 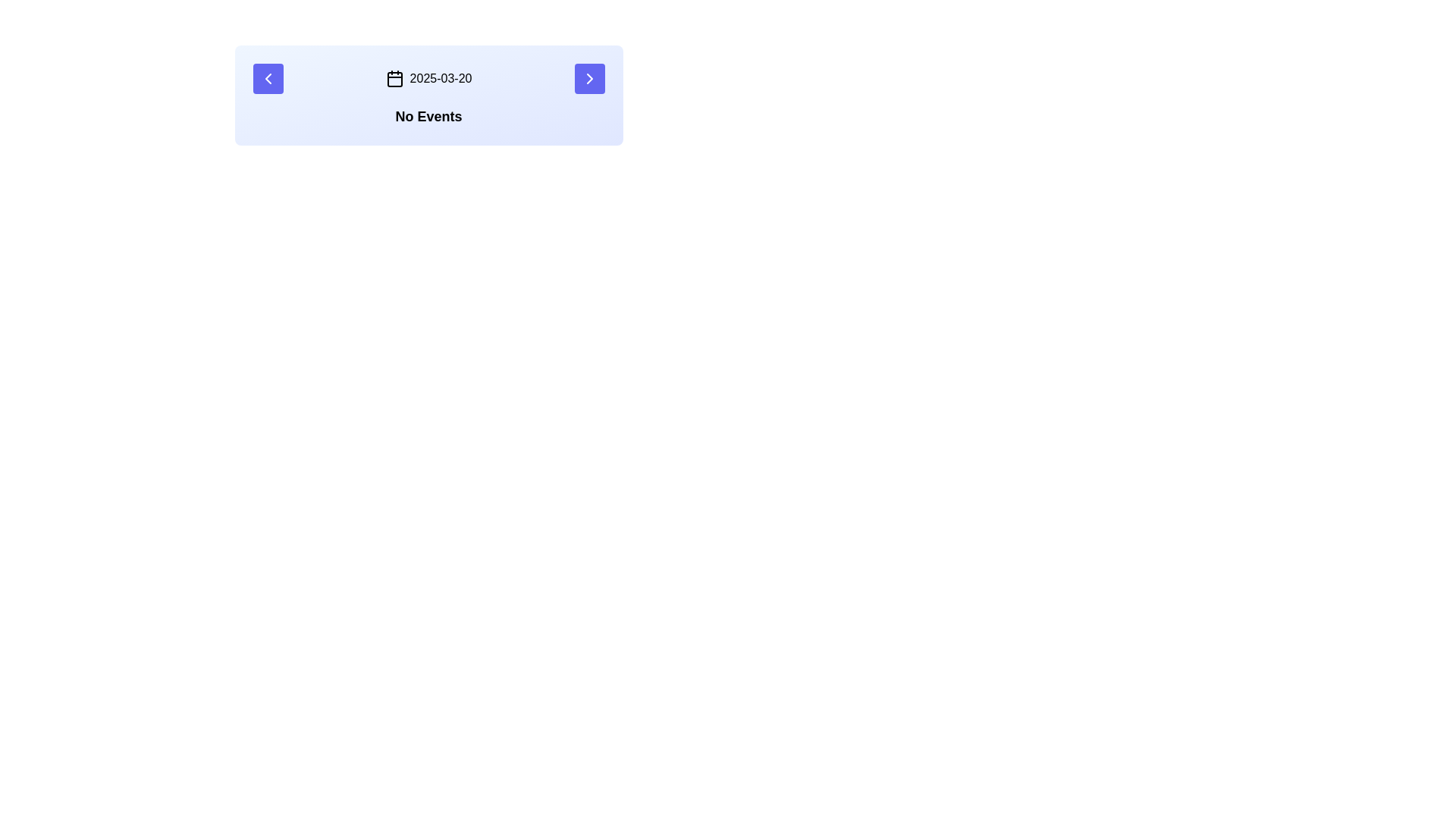 What do you see at coordinates (268, 79) in the screenshot?
I see `the left-pointing chevron-shaped icon` at bounding box center [268, 79].